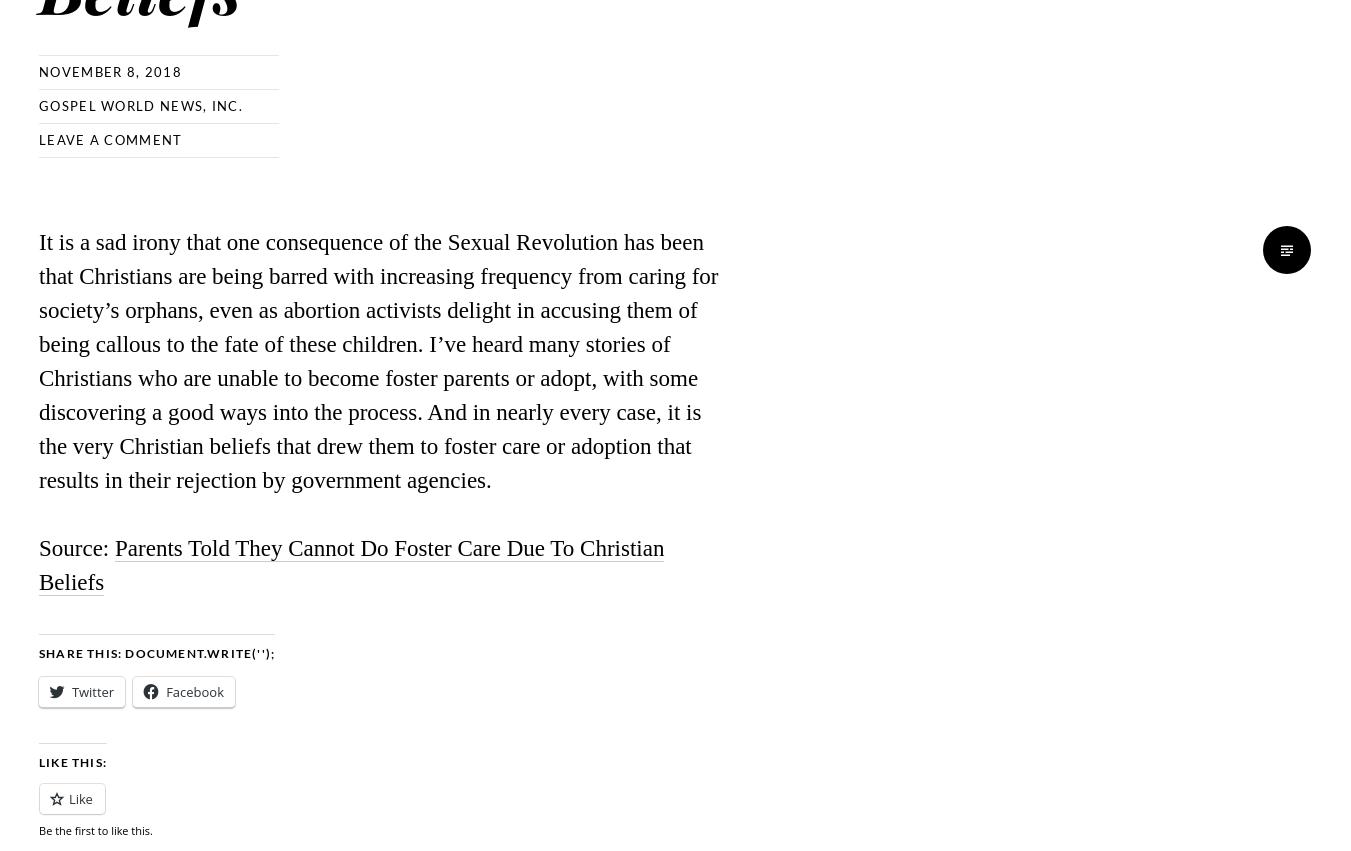  I want to click on 'Source:', so click(38, 546).